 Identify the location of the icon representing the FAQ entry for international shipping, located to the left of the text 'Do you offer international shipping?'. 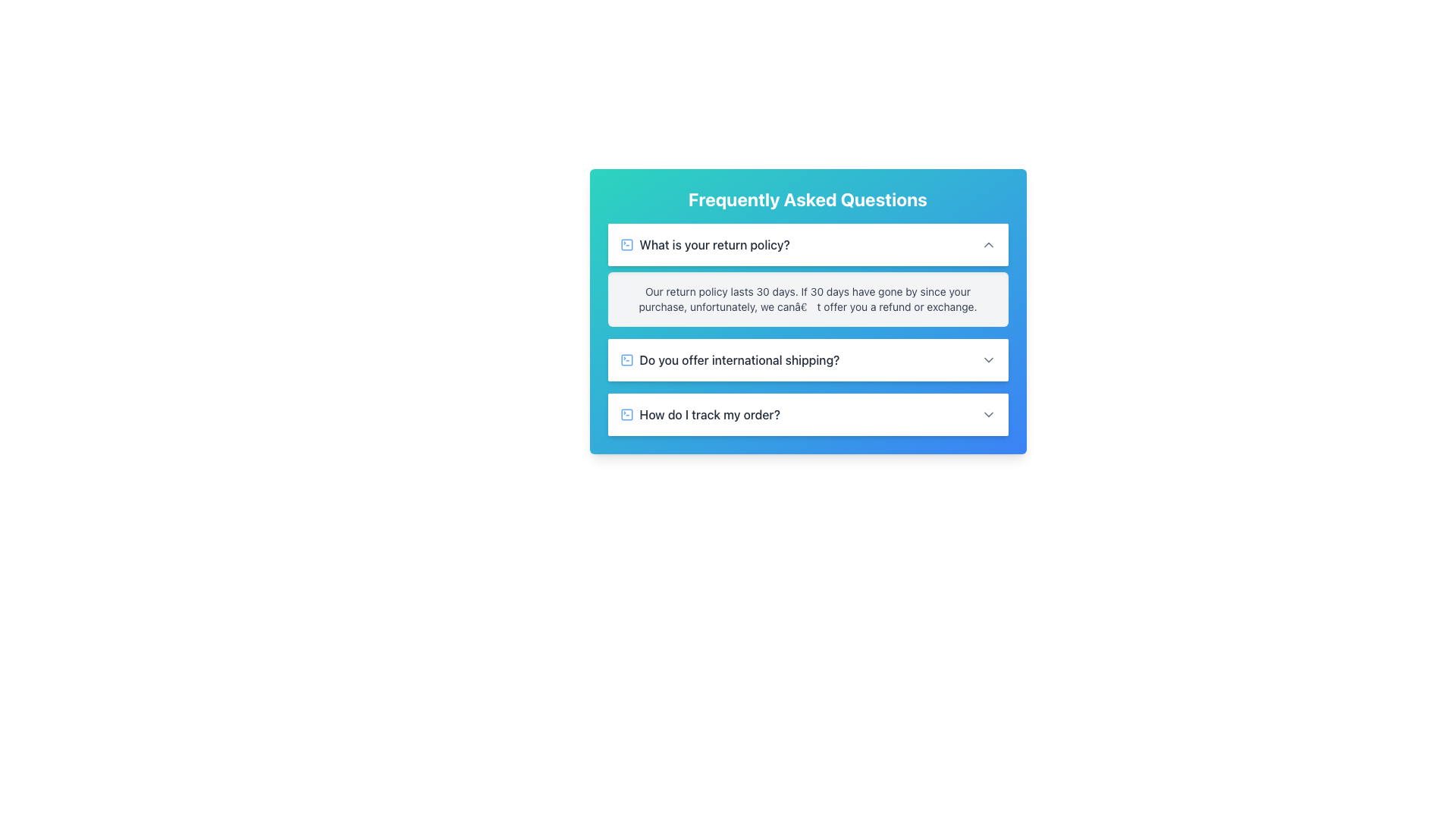
(626, 359).